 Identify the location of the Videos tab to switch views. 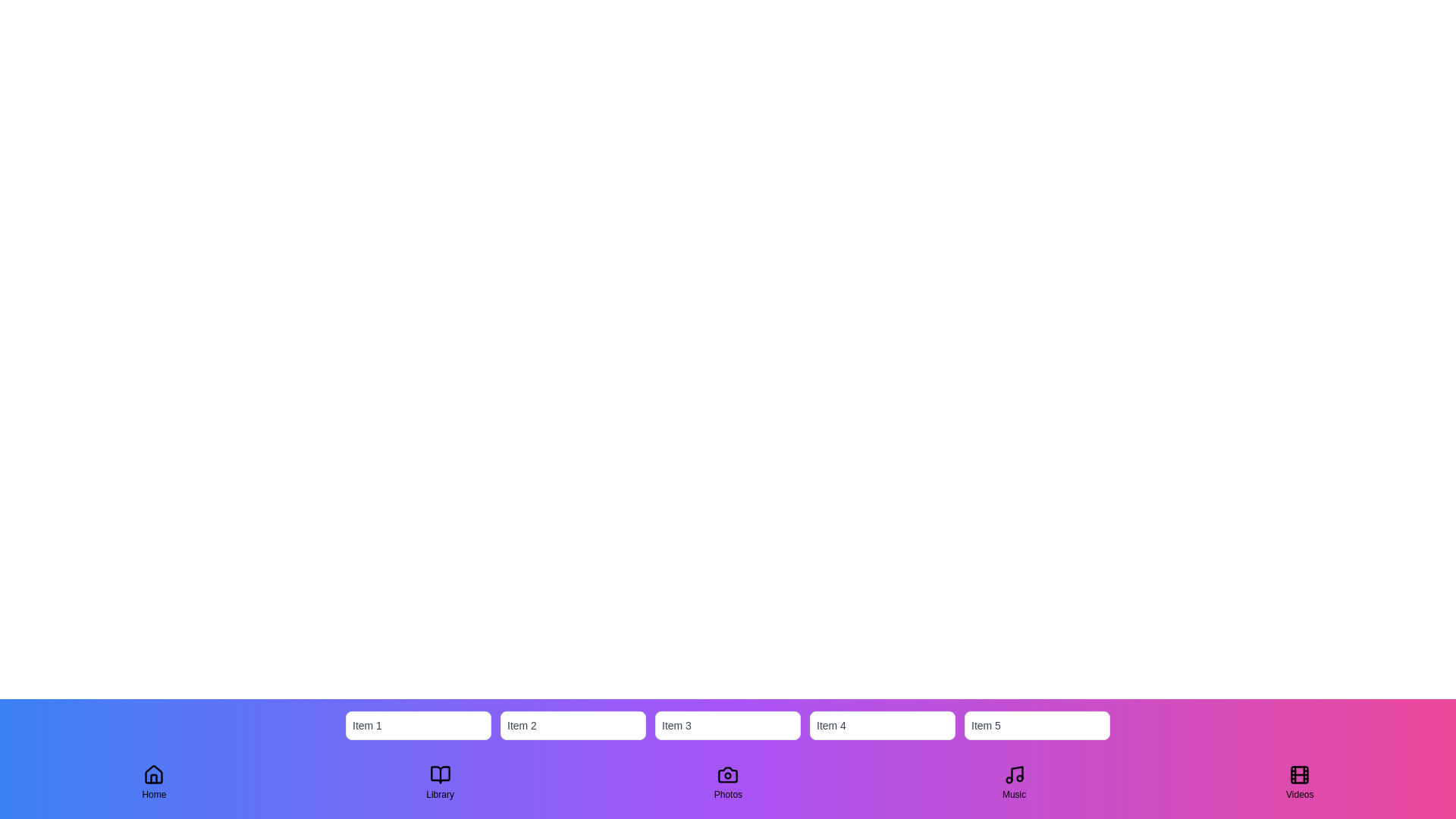
(1298, 783).